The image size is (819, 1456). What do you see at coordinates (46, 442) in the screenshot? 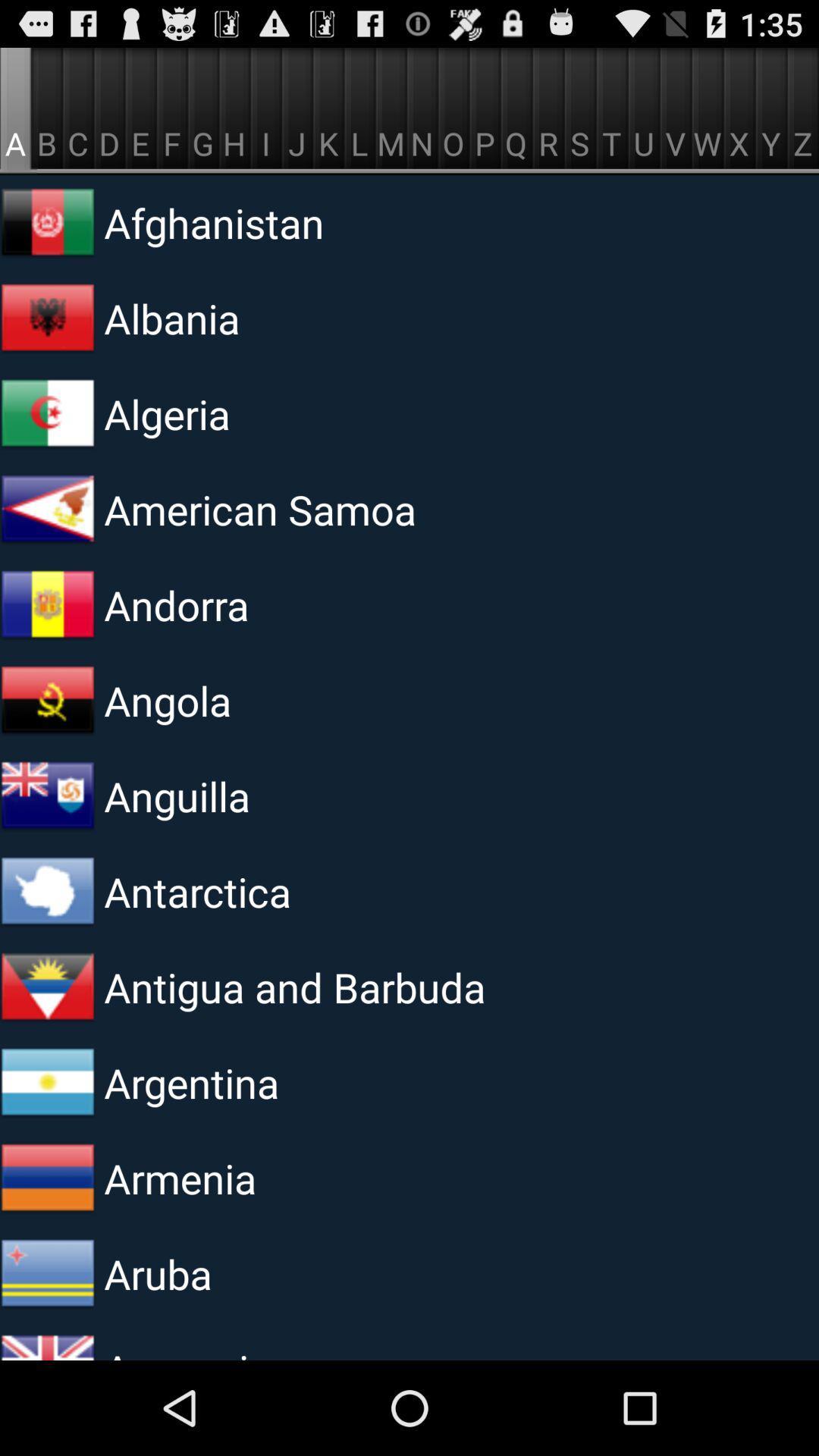
I see `the more icon` at bounding box center [46, 442].